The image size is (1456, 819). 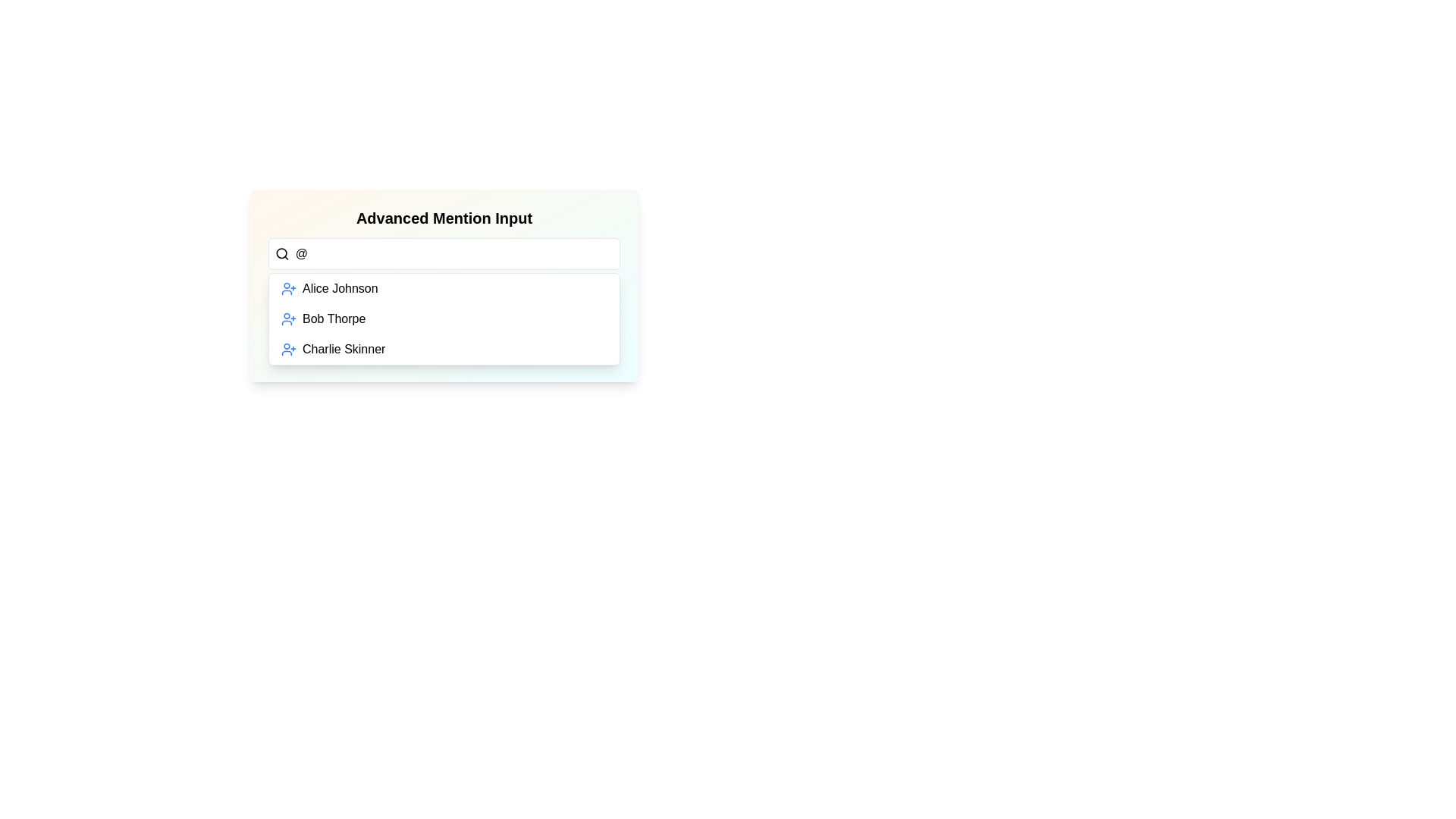 What do you see at coordinates (288, 289) in the screenshot?
I see `the blue 'Add User' icon depicting a person with a '+' sign located to the left of 'Alice Johnson'` at bounding box center [288, 289].